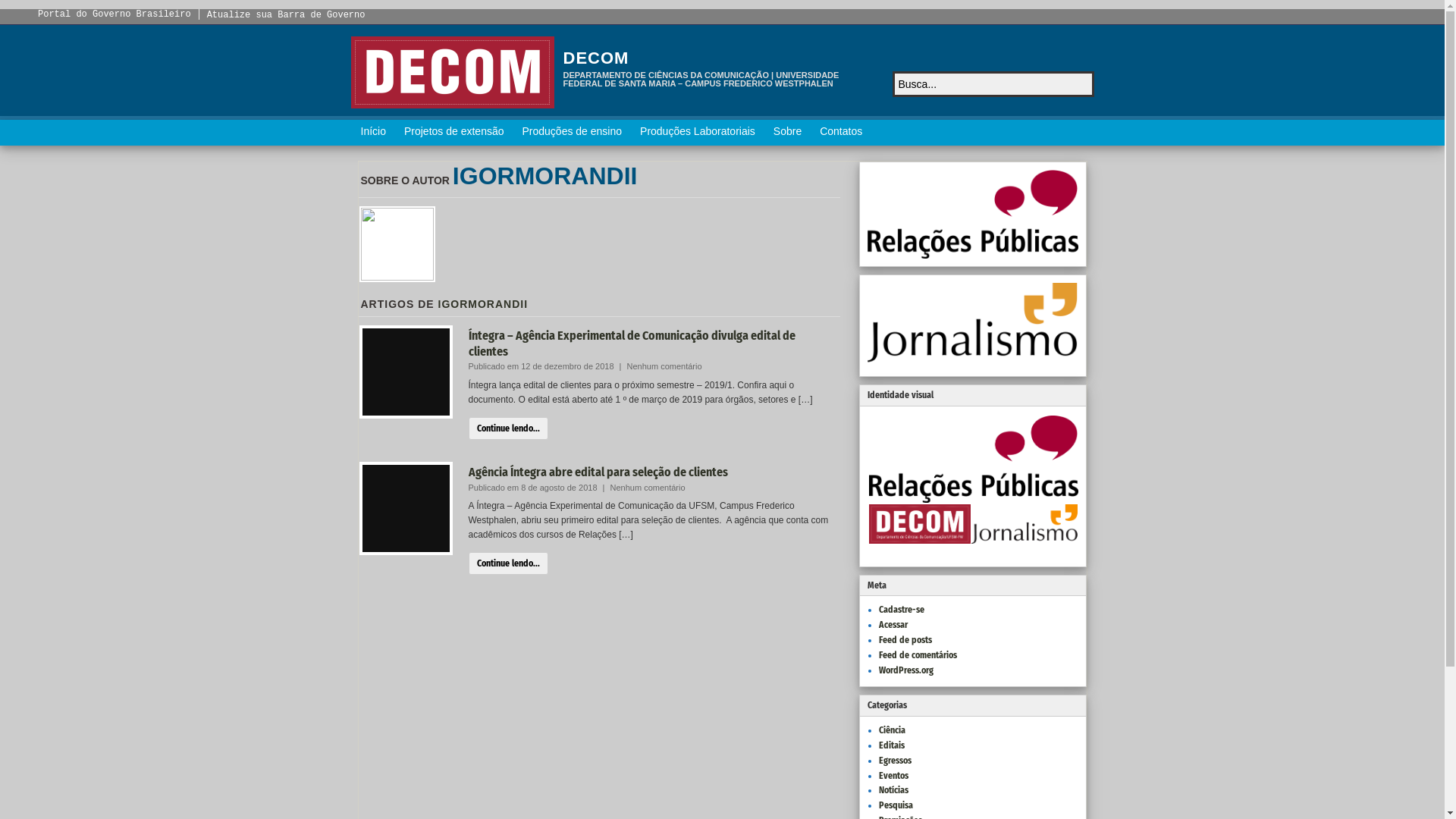 This screenshot has height=819, width=1456. What do you see at coordinates (839, 131) in the screenshot?
I see `'Contatos'` at bounding box center [839, 131].